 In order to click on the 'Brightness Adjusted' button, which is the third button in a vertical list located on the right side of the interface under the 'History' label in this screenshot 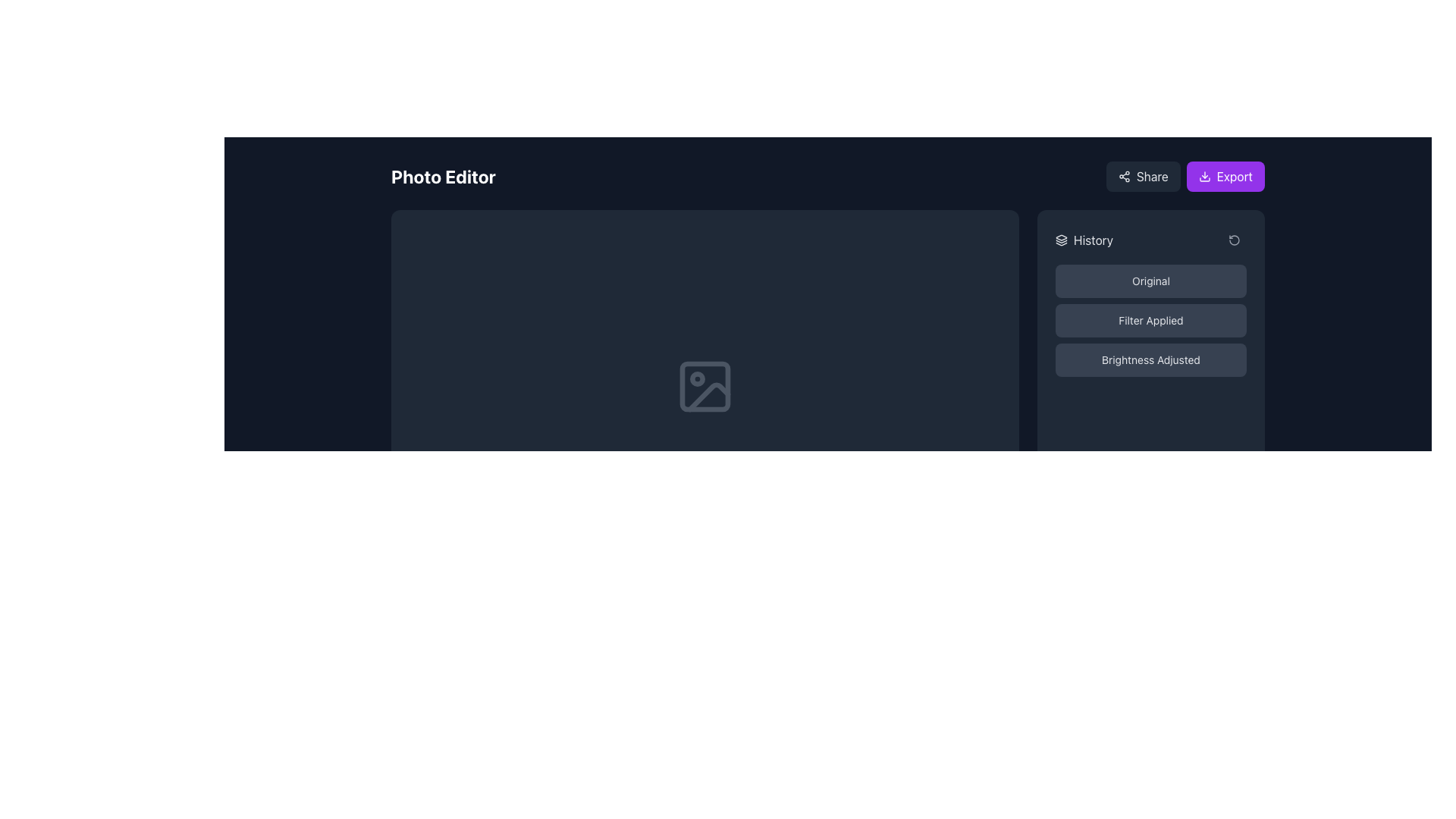, I will do `click(1150, 359)`.